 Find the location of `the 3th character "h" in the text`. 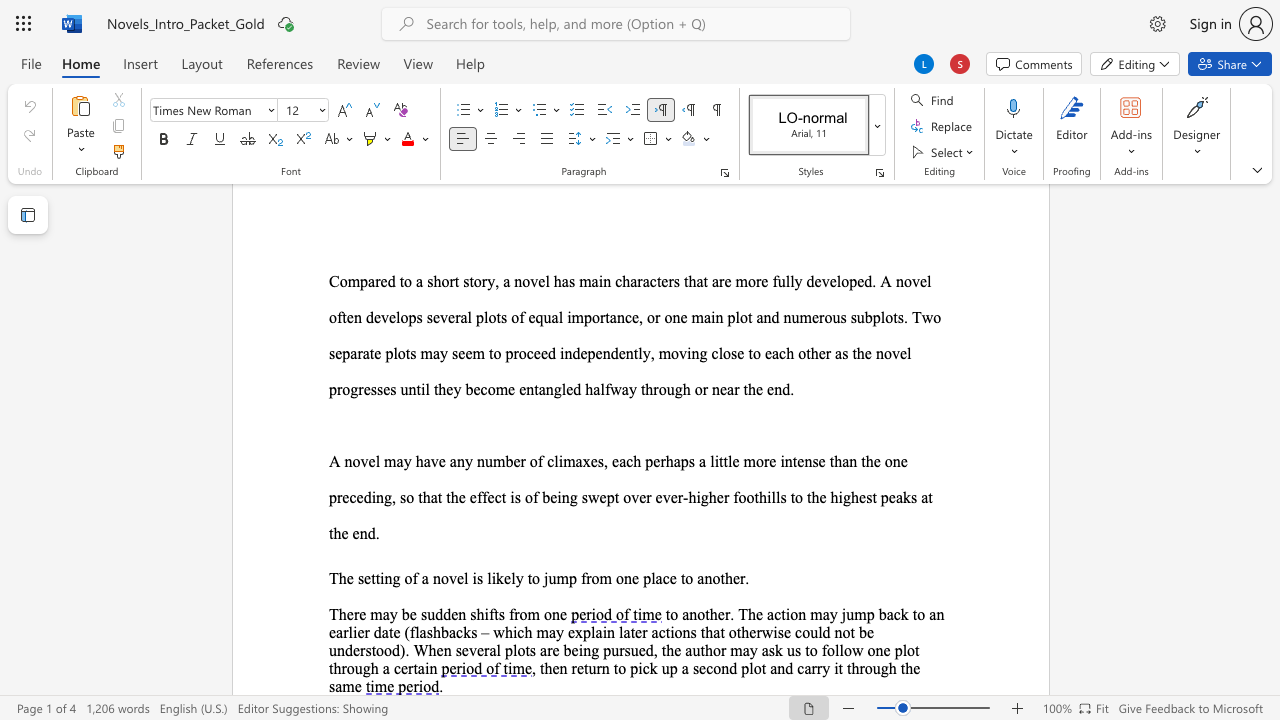

the 3th character "h" in the text is located at coordinates (891, 668).